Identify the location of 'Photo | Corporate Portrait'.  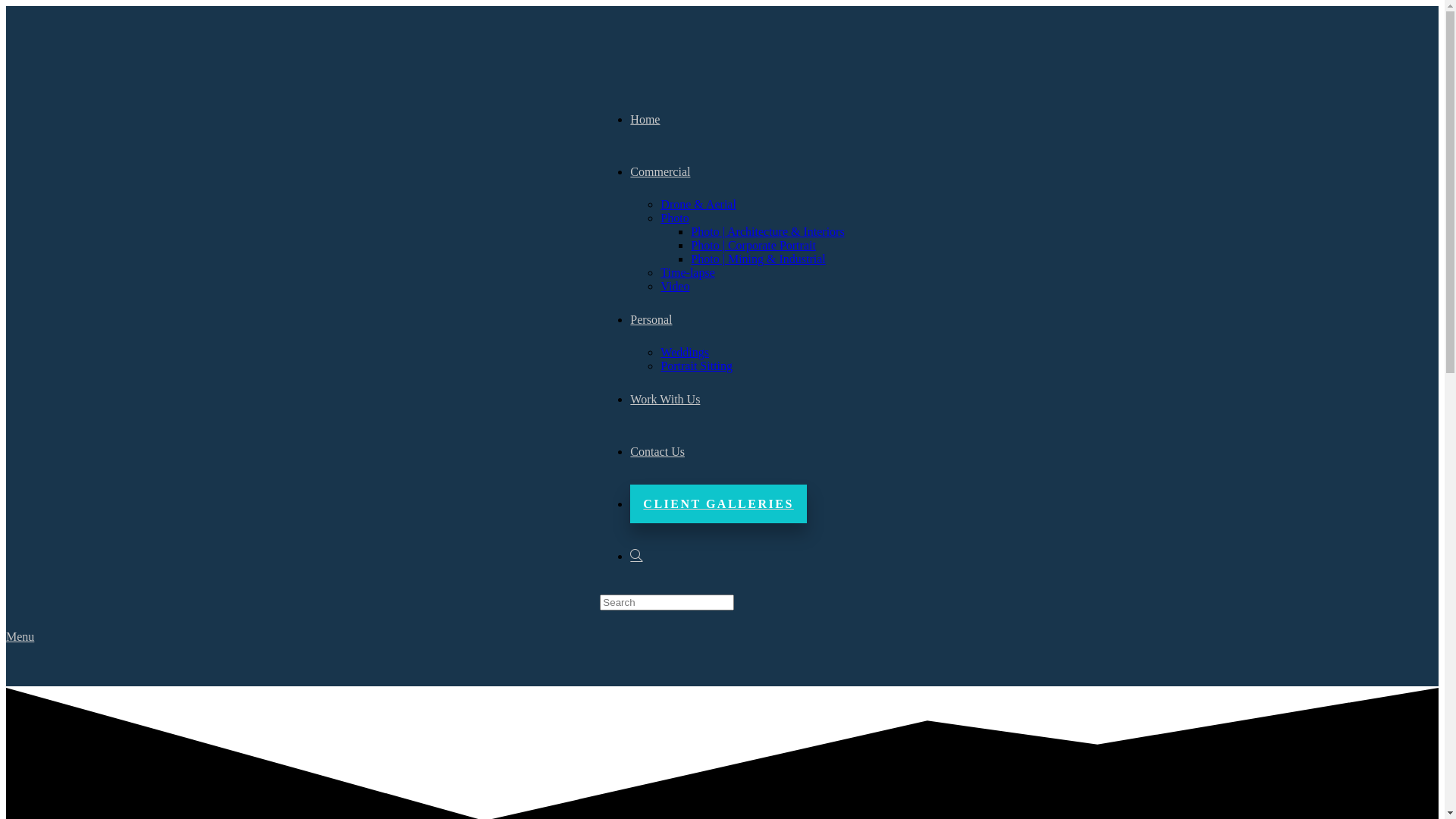
(753, 244).